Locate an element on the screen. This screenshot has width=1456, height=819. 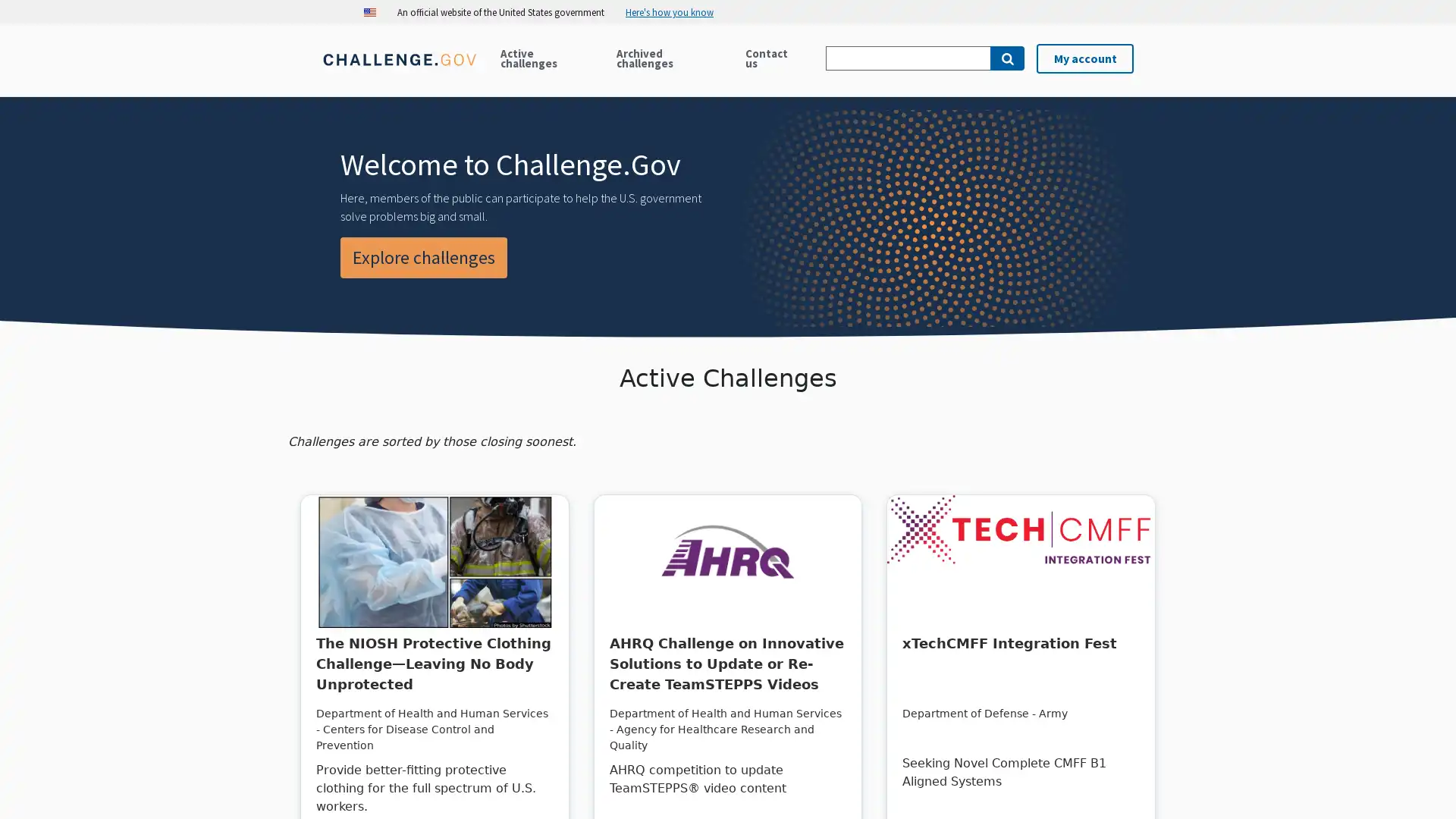
Explore challenges is located at coordinates (423, 256).